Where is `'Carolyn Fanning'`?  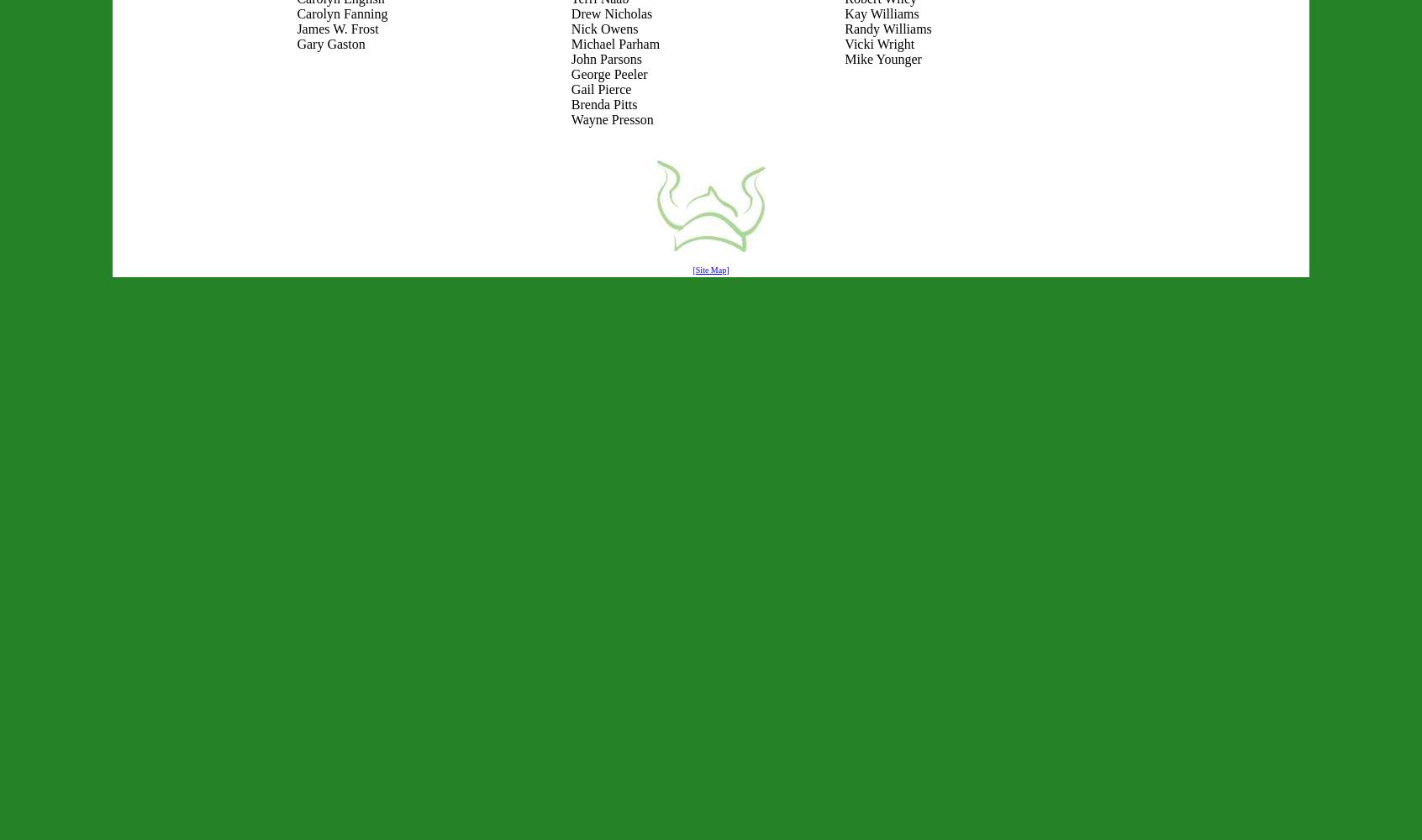
'Carolyn Fanning' is located at coordinates (341, 13).